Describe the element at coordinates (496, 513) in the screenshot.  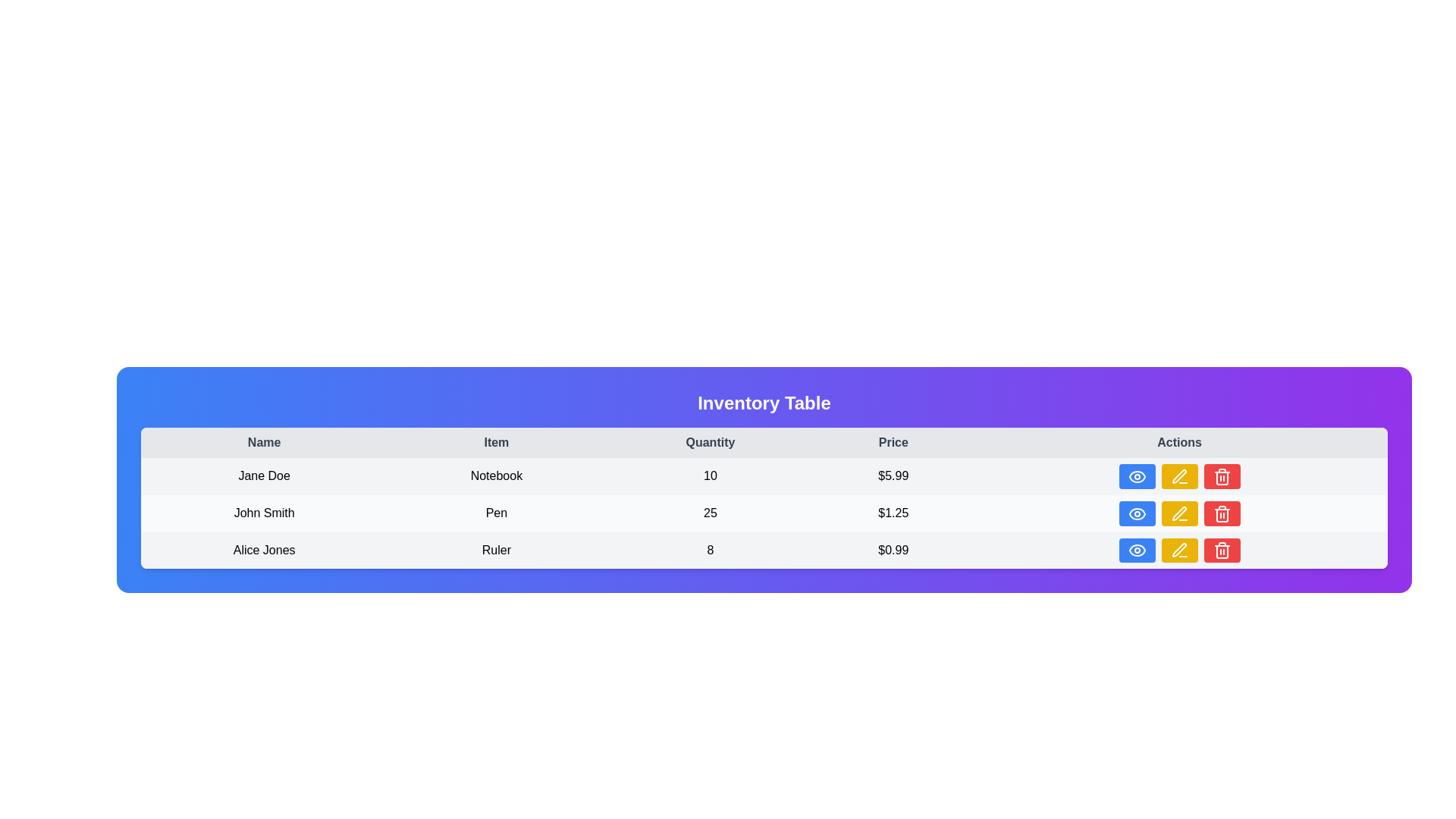
I see `'Pen' label in the inventory table, located in the second row under the 'Item' column` at that location.